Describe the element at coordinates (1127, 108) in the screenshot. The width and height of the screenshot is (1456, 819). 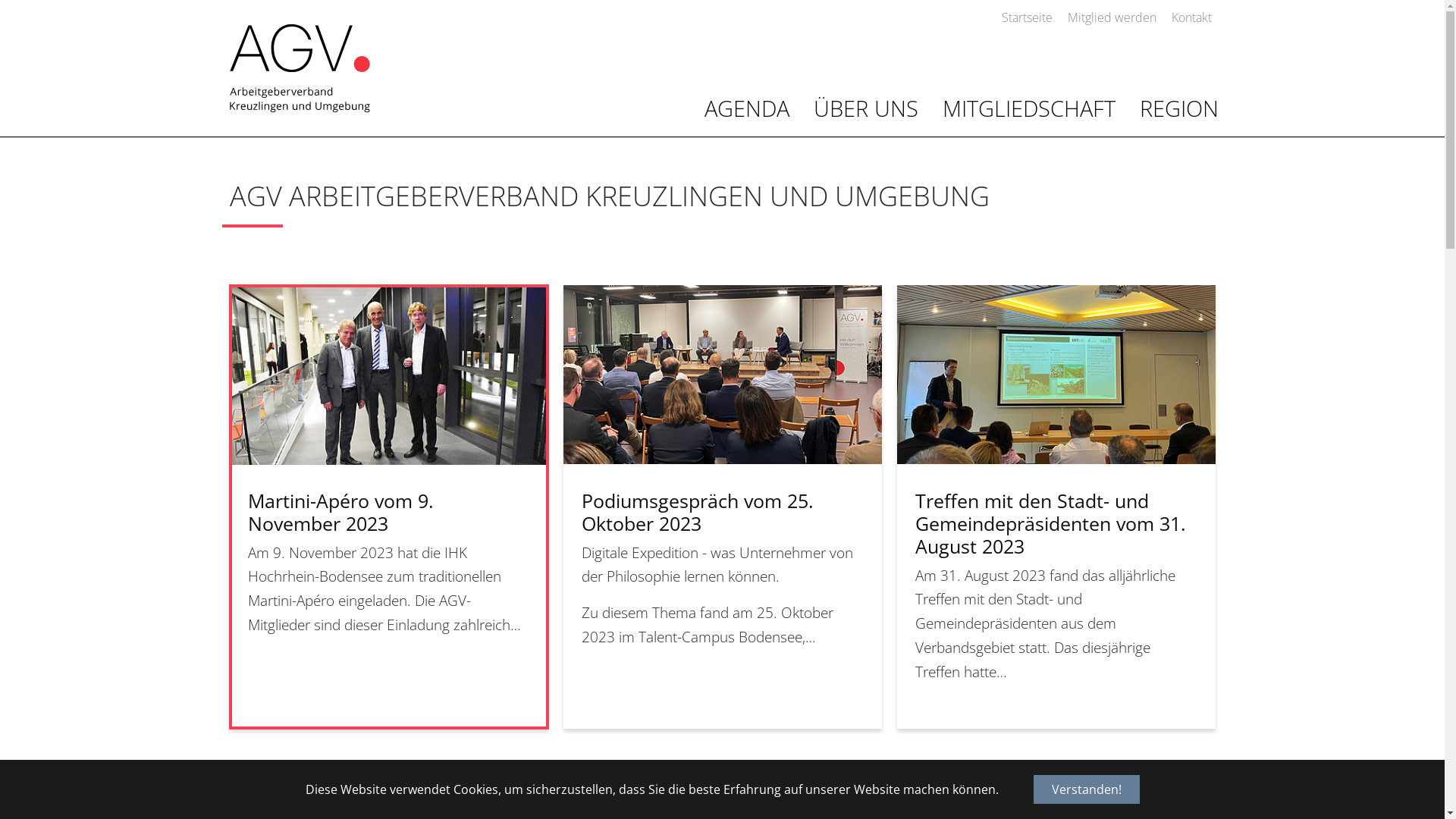
I see `'REGION'` at that location.